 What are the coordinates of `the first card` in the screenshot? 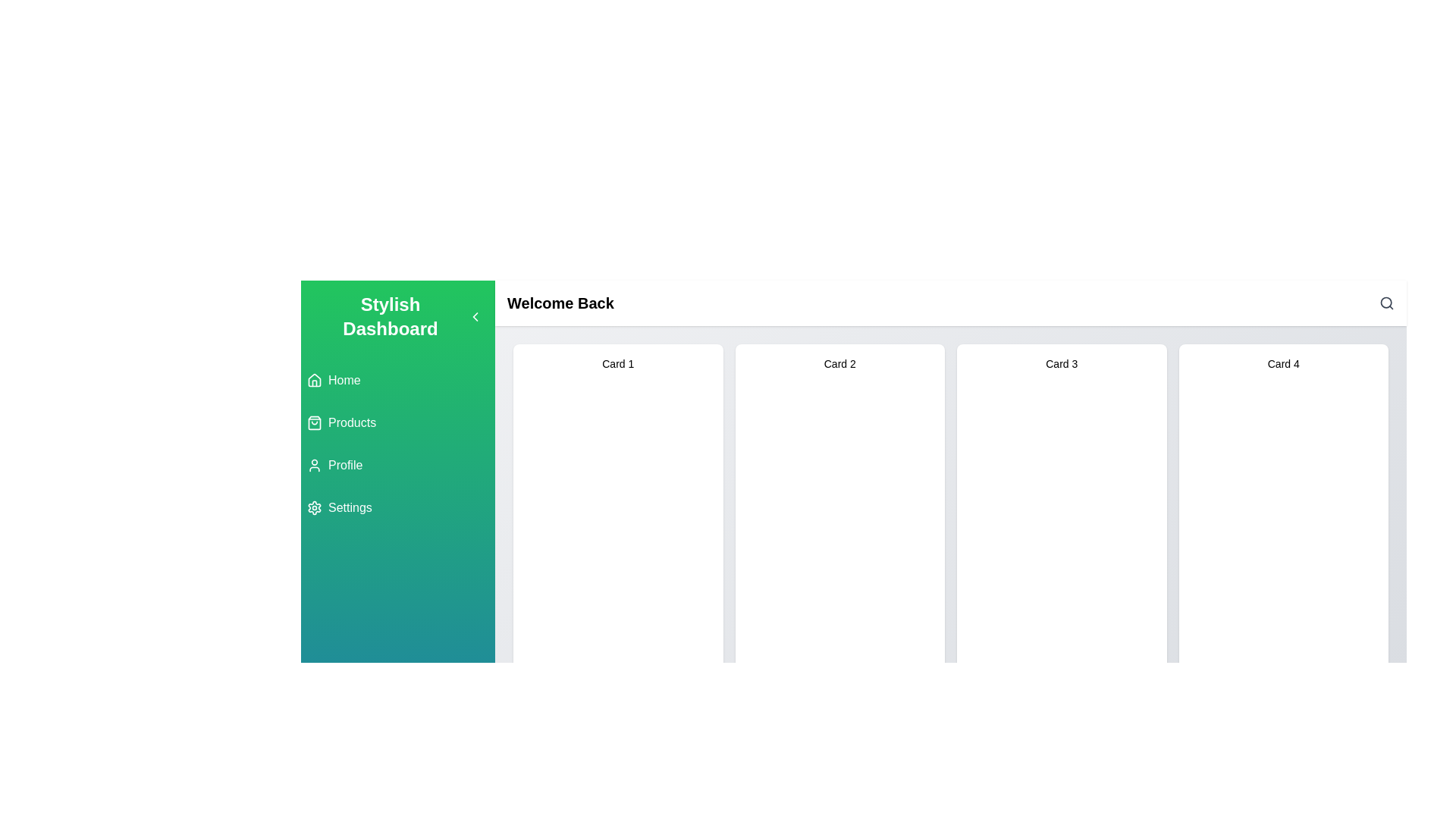 It's located at (618, 525).